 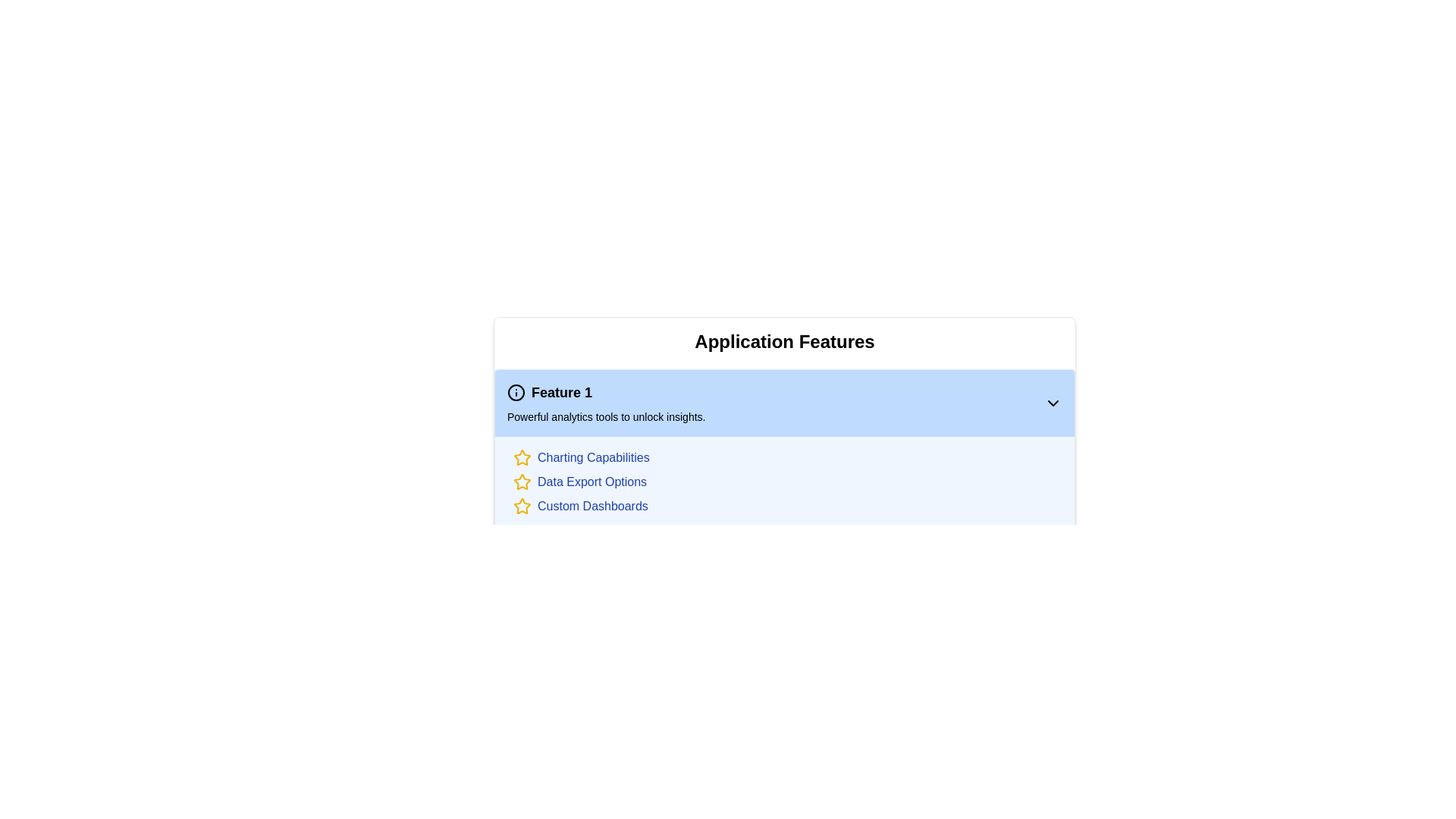 What do you see at coordinates (785, 403) in the screenshot?
I see `the Interactive card for 'Feature 1'` at bounding box center [785, 403].